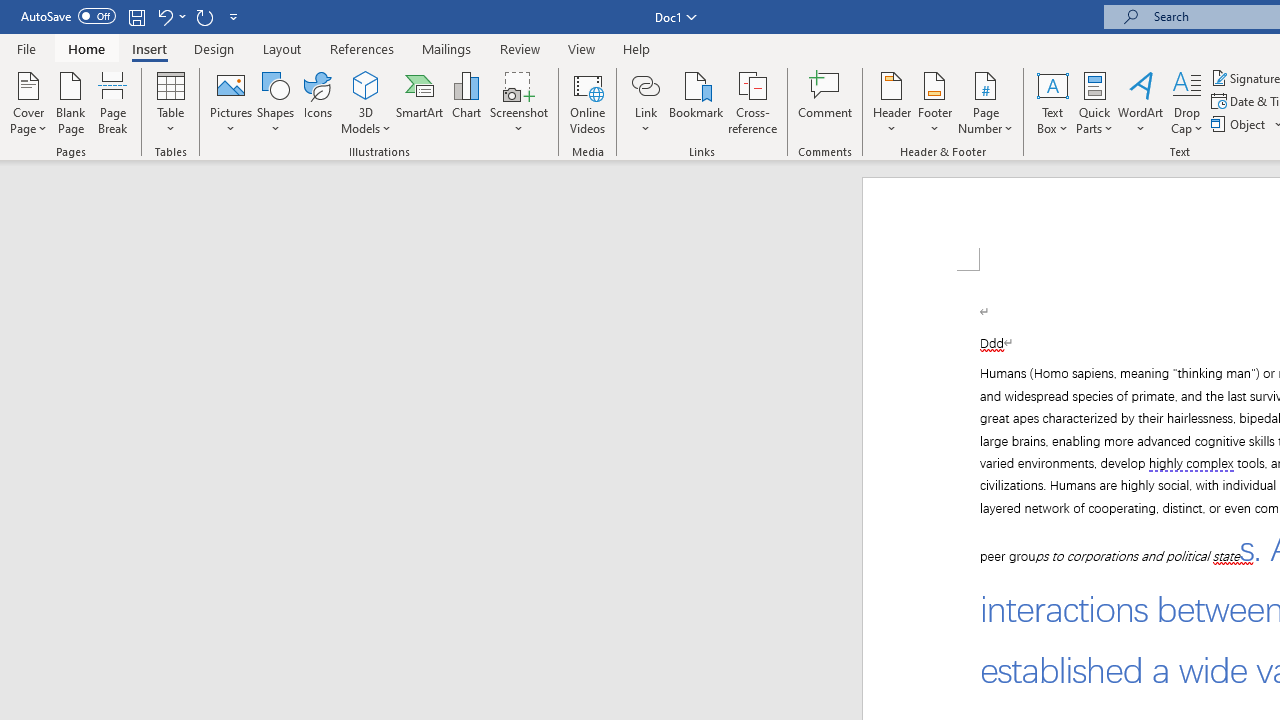 The width and height of the screenshot is (1280, 720). Describe the element at coordinates (1094, 103) in the screenshot. I see `'Quick Parts'` at that location.